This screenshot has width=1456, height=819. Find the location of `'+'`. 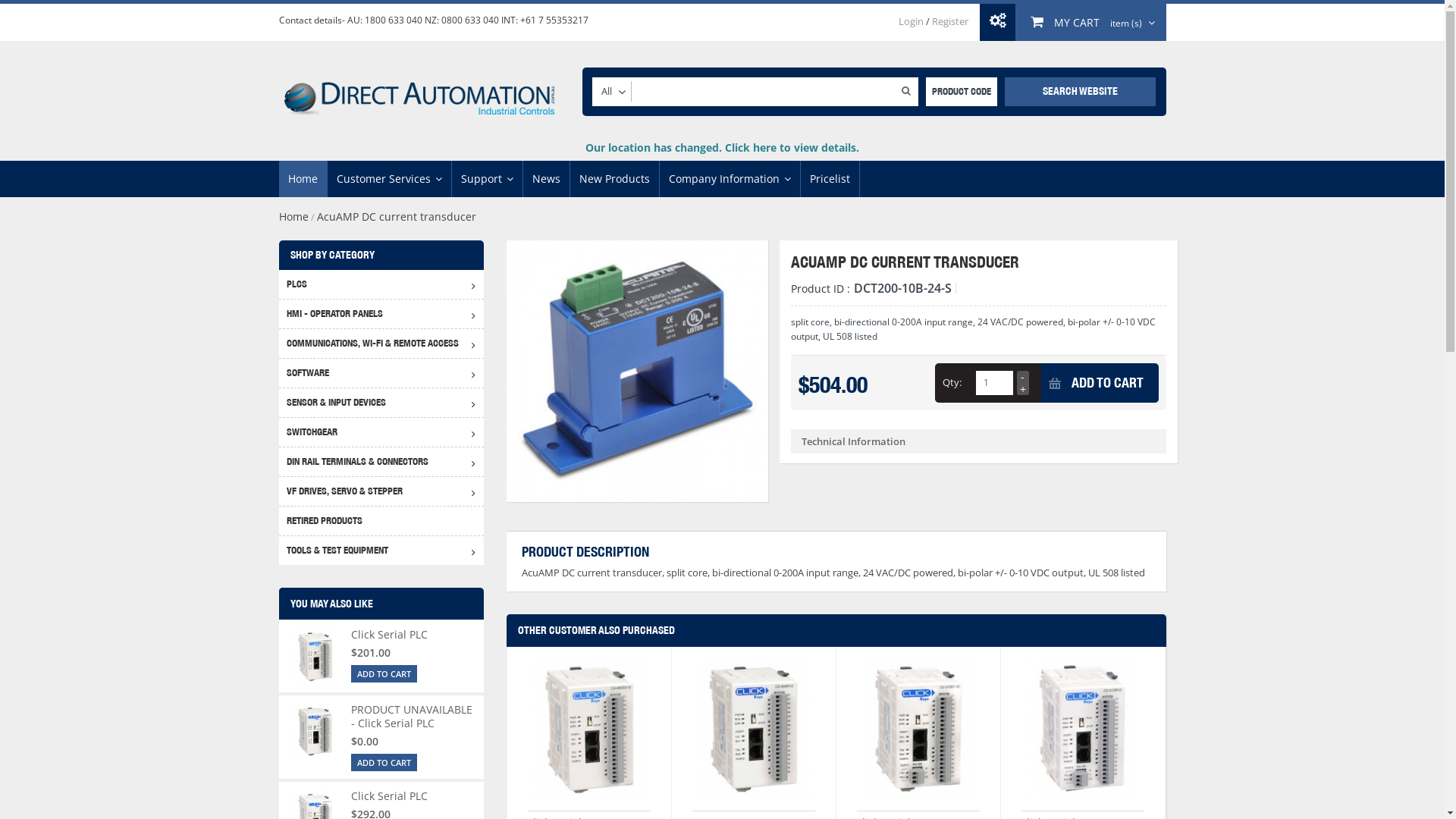

'+' is located at coordinates (1022, 388).